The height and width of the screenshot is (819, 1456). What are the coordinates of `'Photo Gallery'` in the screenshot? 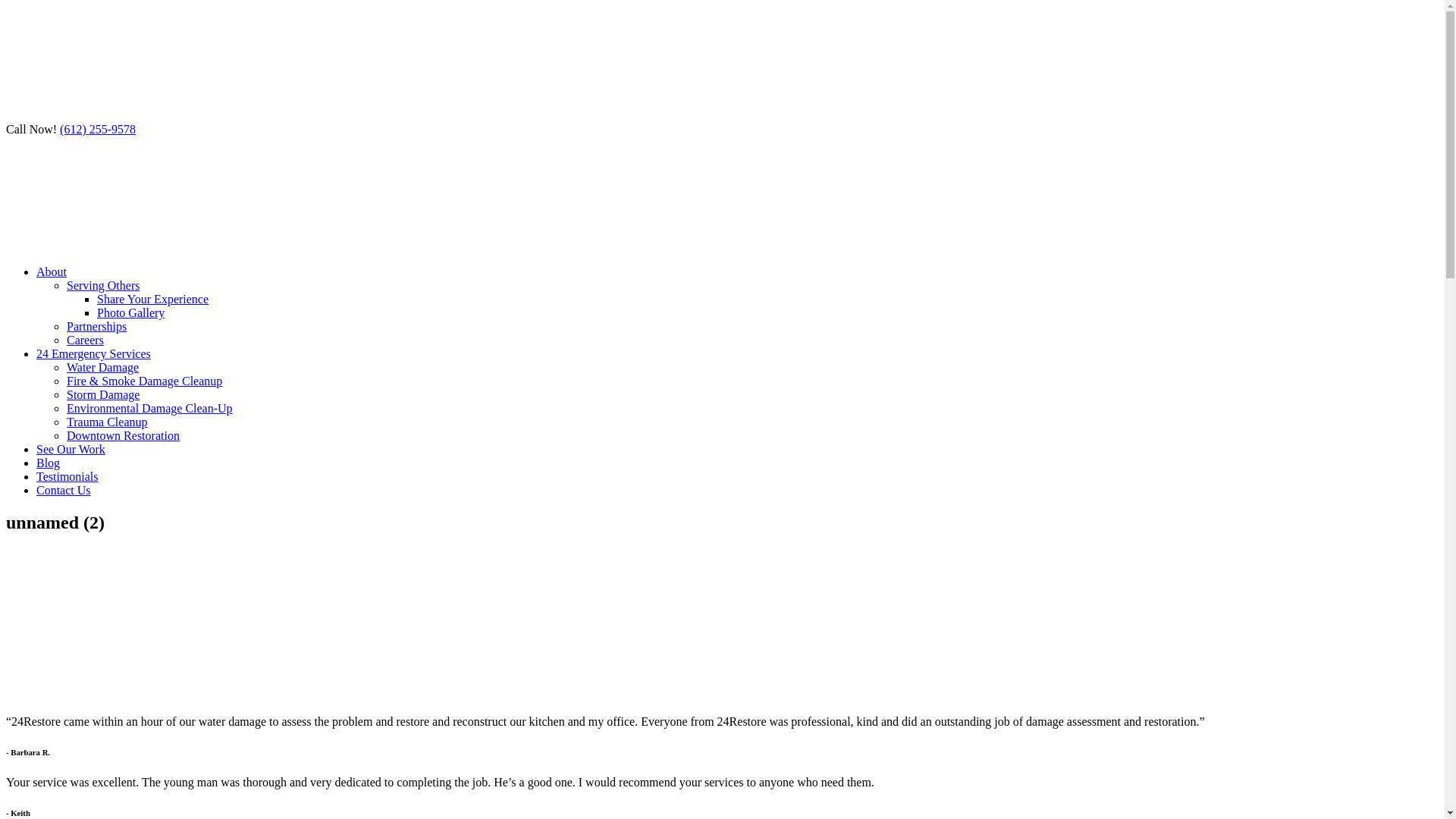 It's located at (130, 312).